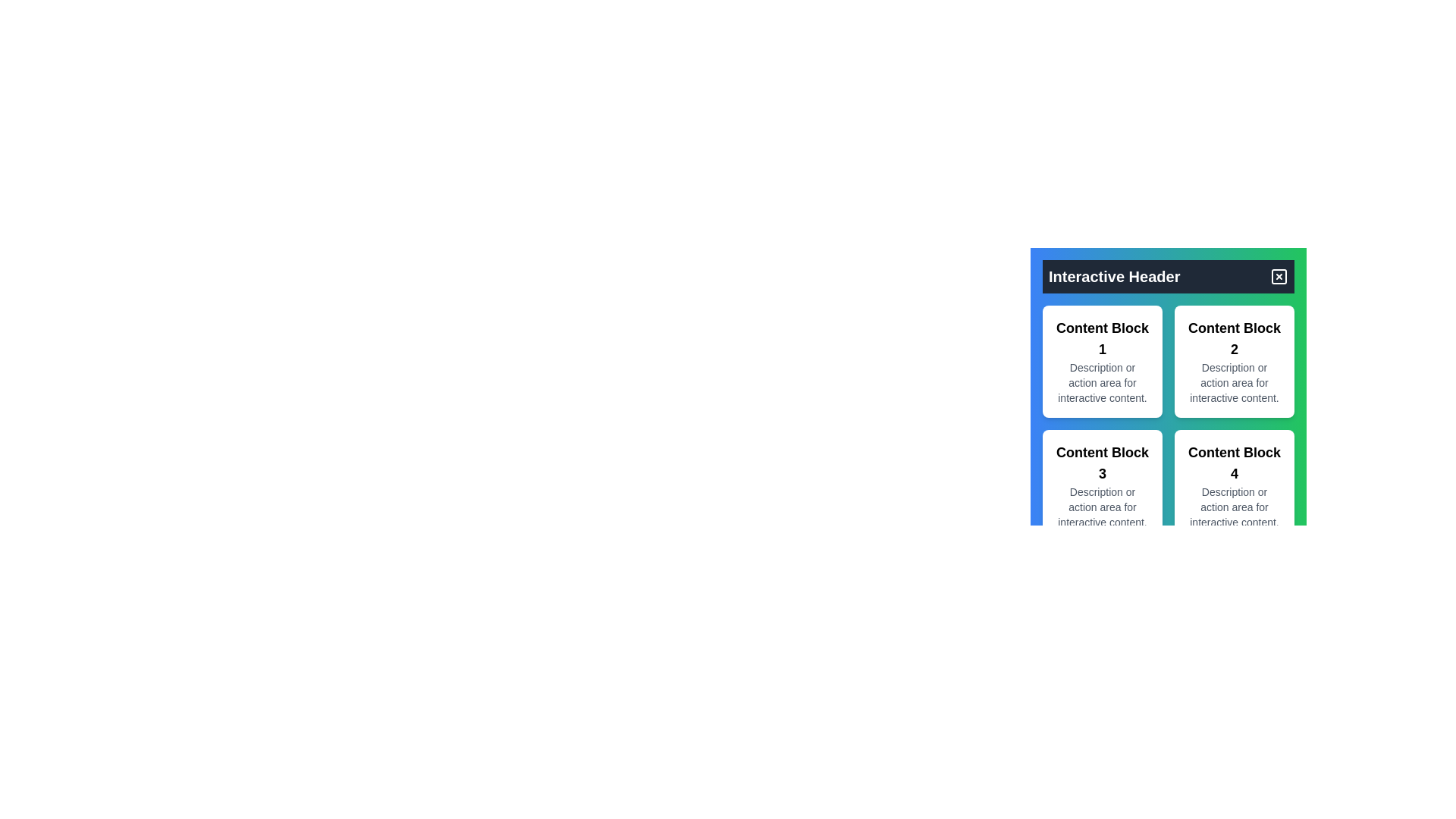 The height and width of the screenshot is (819, 1456). Describe the element at coordinates (1103, 338) in the screenshot. I see `the heading text element located at the top section of the first card in a two-by-two grid layout, which provides a summary title for the card` at that location.